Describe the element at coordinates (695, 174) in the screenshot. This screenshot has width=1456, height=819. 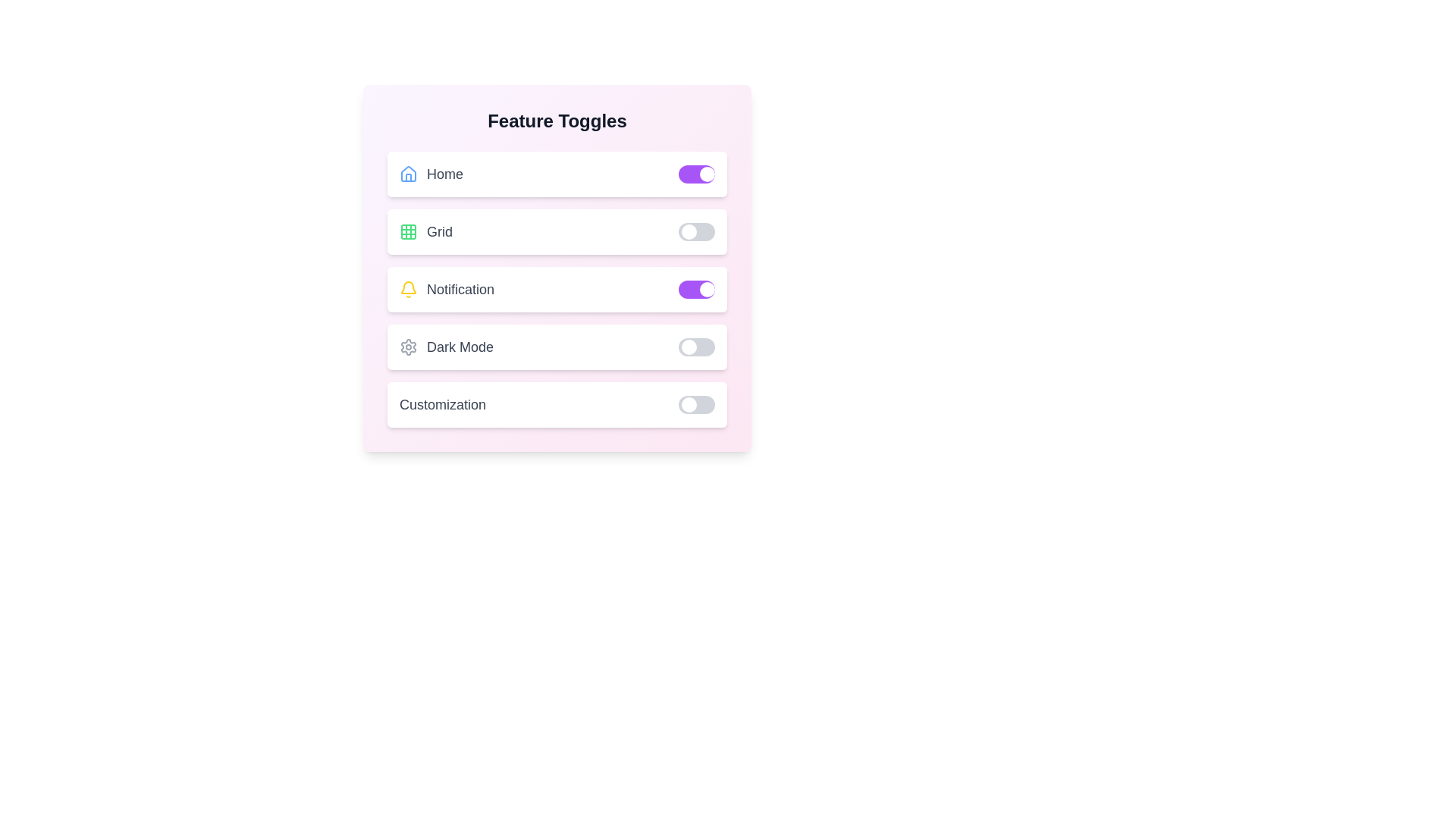
I see `the toggle switch with a purple background and white circular control, located near the 'Home' label, to provide visual feedback` at that location.